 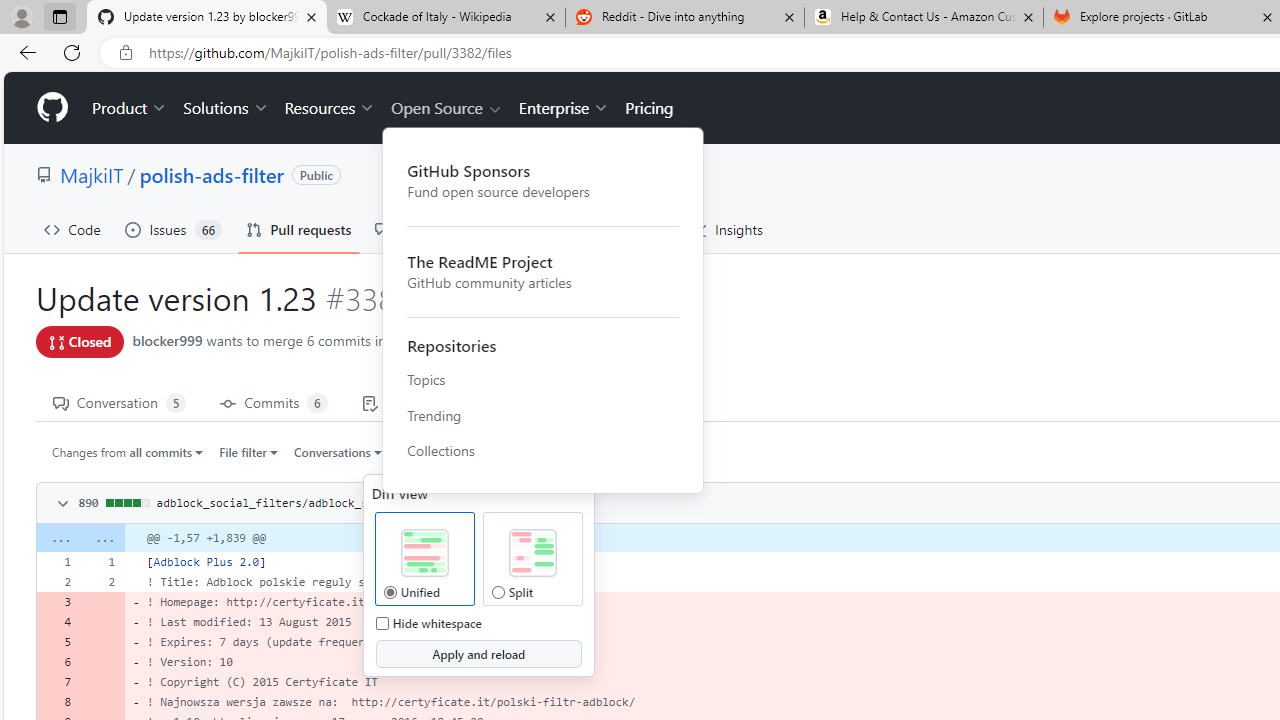 What do you see at coordinates (60, 503) in the screenshot?
I see `'Toggle diff contents'` at bounding box center [60, 503].